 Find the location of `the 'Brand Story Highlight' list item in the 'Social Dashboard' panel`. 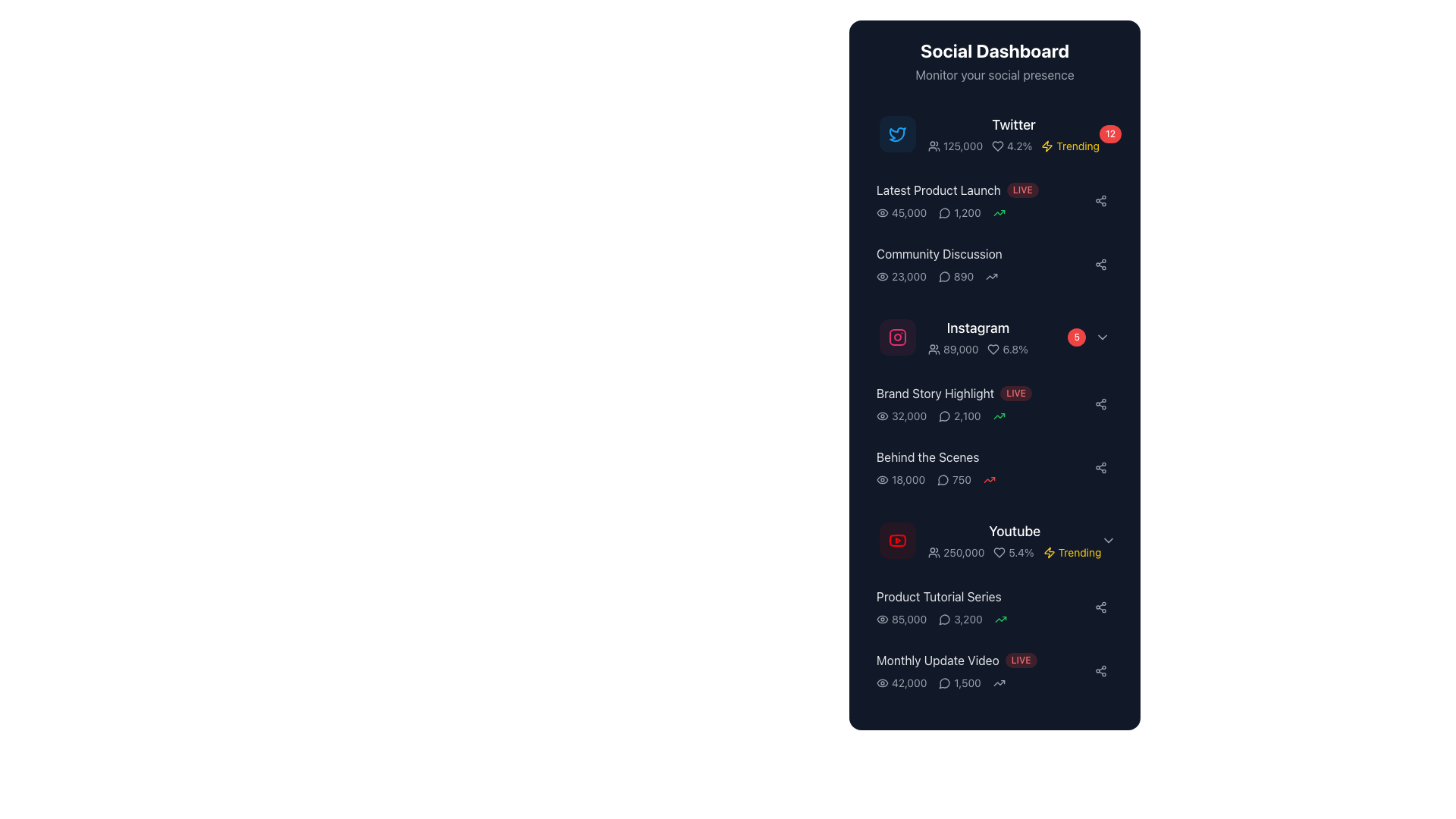

the 'Brand Story Highlight' list item in the 'Social Dashboard' panel is located at coordinates (994, 403).